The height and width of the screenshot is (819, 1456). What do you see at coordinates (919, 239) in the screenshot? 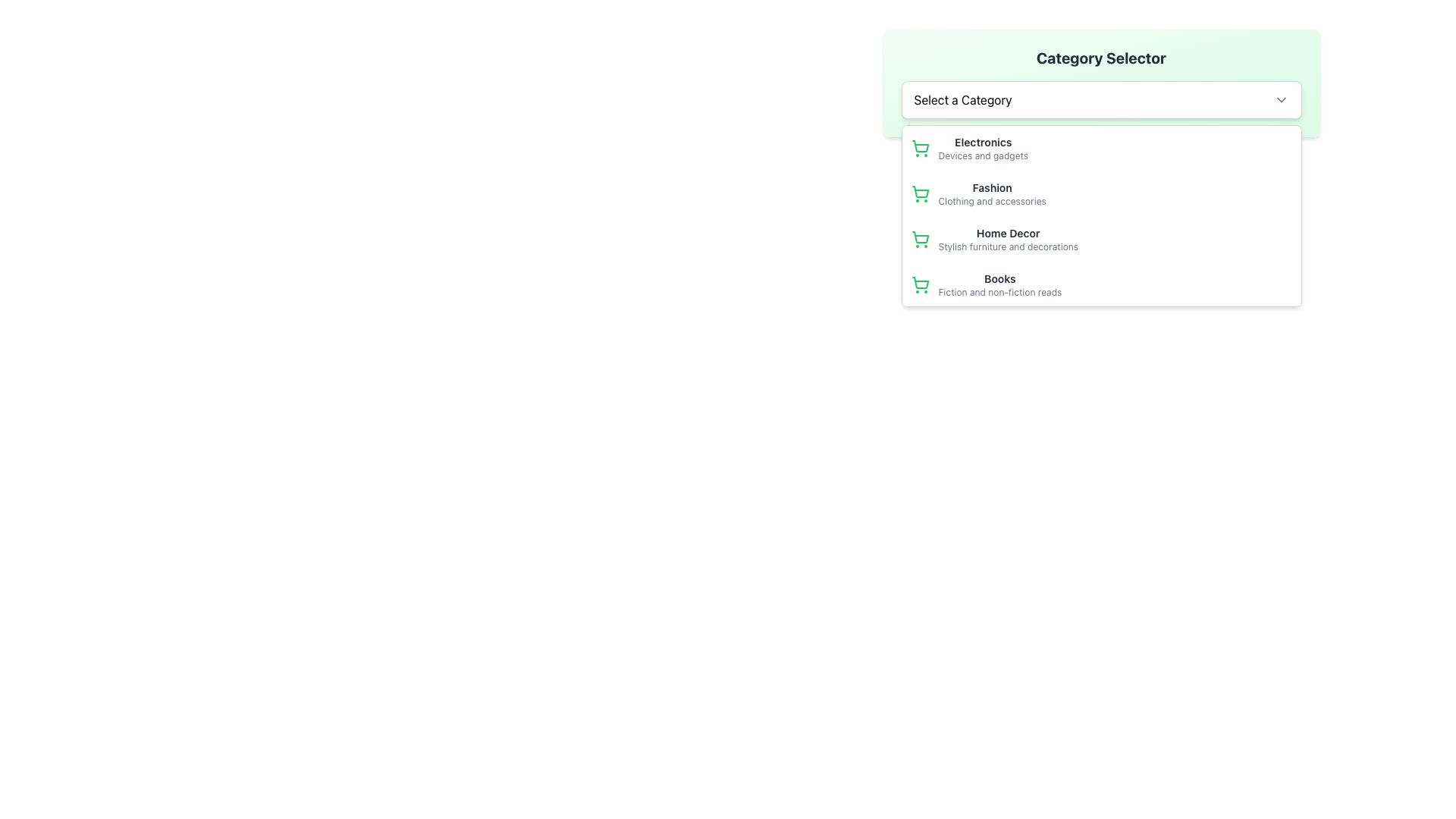
I see `the 'Home Decor' category icon, which is the first item in the selector dropdown and located next to the text 'Home Decor' and 'Stylish furniture and decorations'` at bounding box center [919, 239].